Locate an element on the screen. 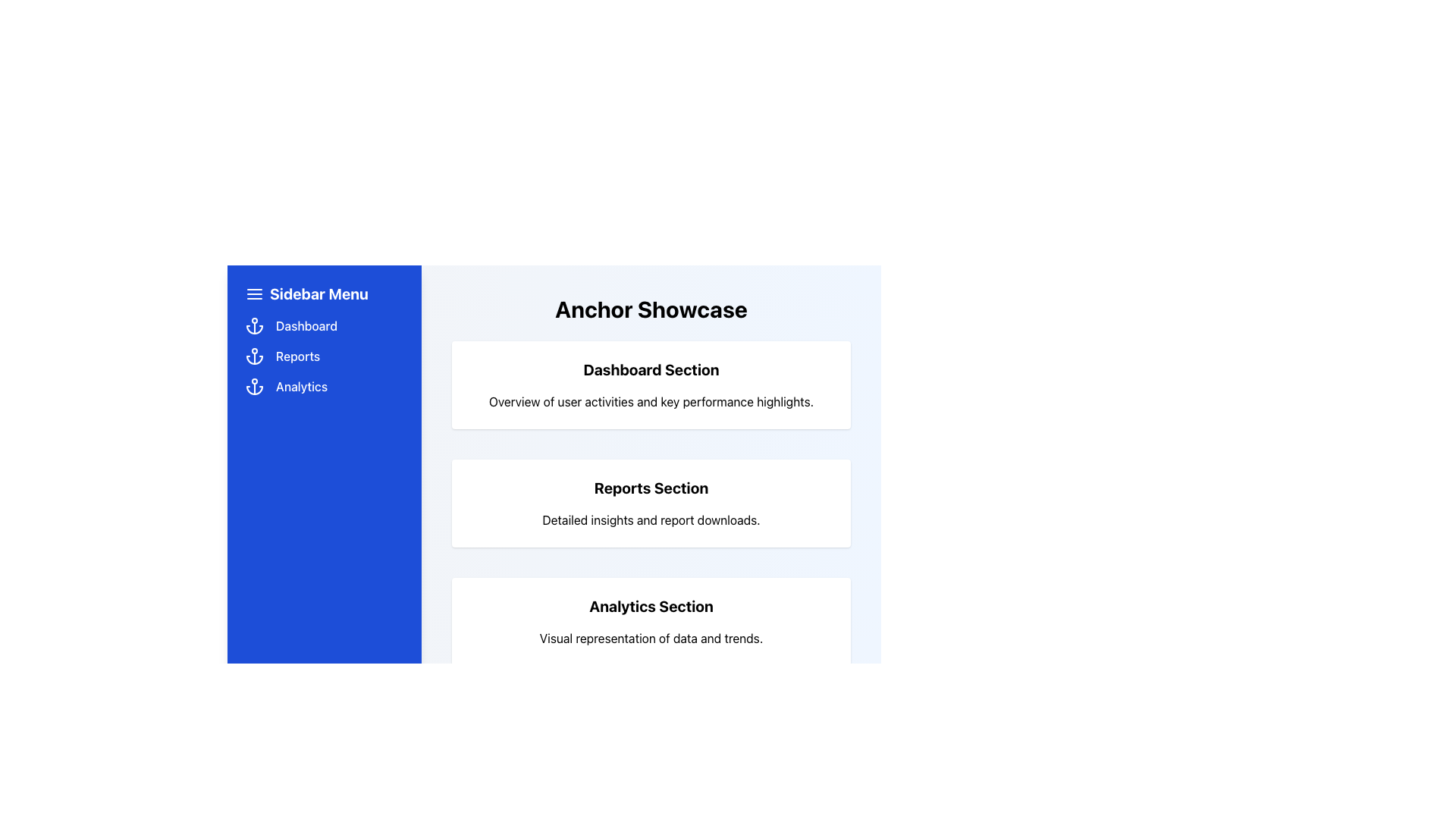 This screenshot has width=1456, height=819. text displayed prominently in bold font saying 'Analytics Section' located at the center of the card is located at coordinates (651, 605).